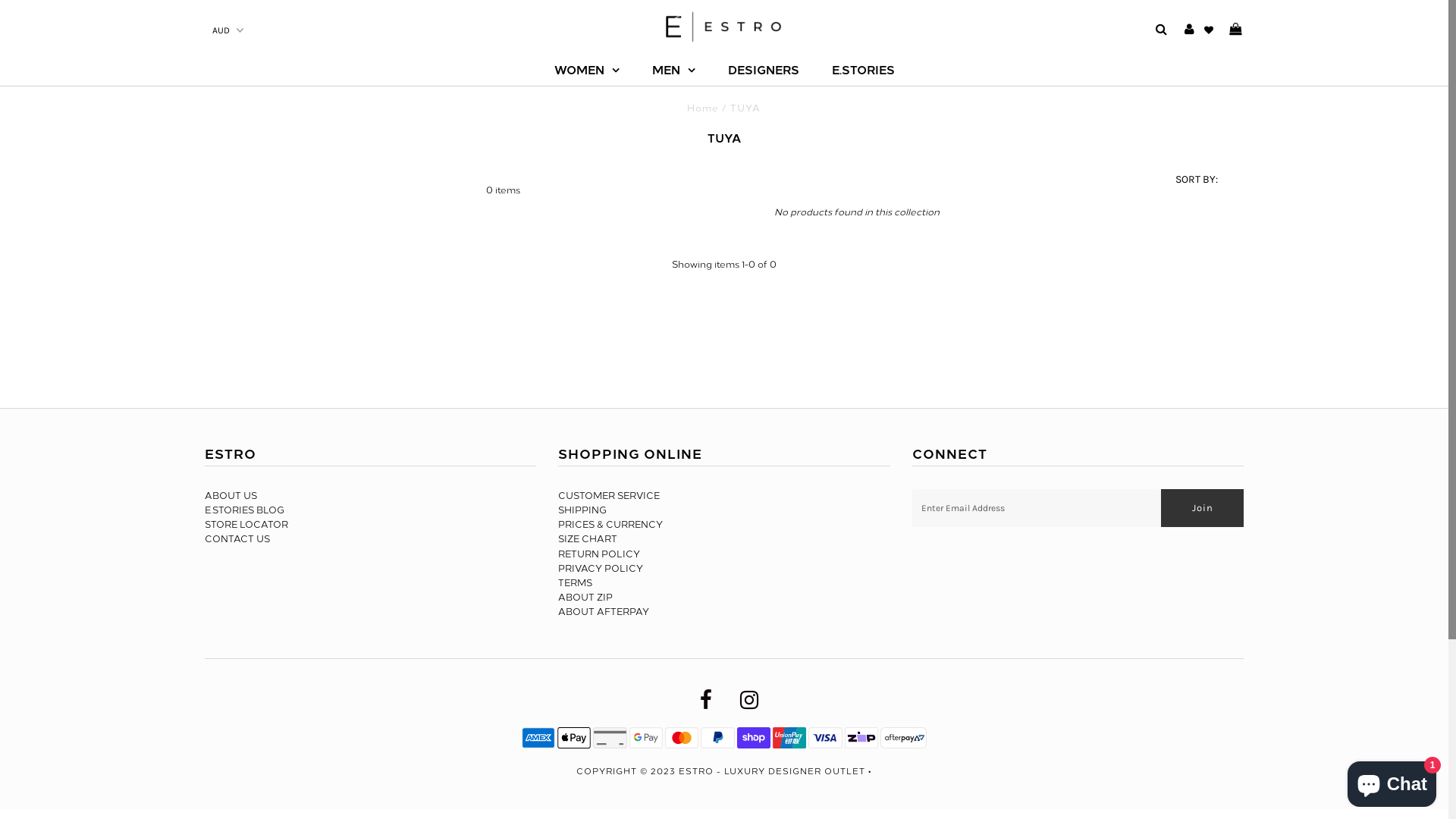 The width and height of the screenshot is (1456, 819). What do you see at coordinates (677, 771) in the screenshot?
I see `'ESTRO - LUXURY DESIGNER OUTLET'` at bounding box center [677, 771].